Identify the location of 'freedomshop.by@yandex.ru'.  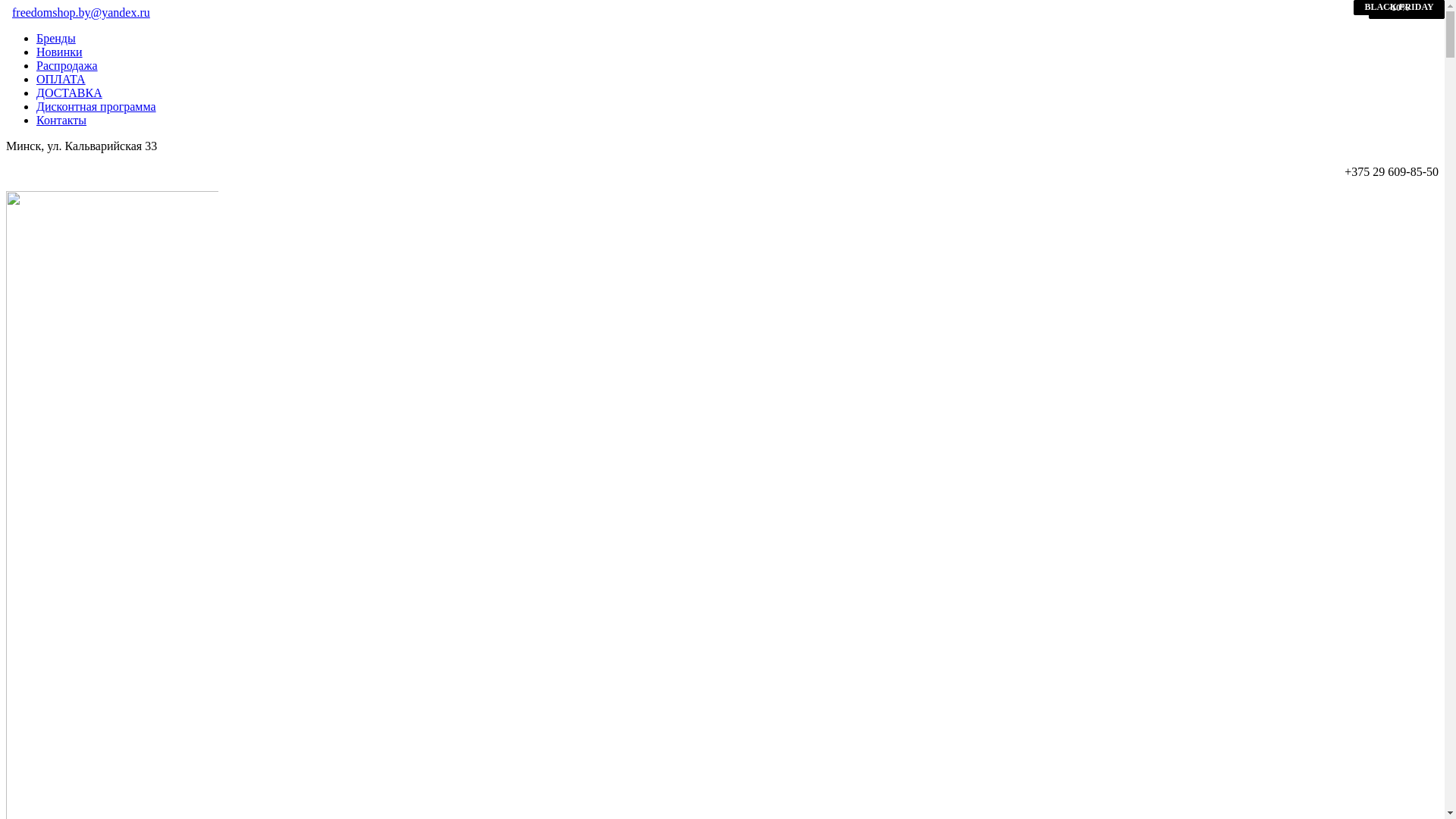
(80, 12).